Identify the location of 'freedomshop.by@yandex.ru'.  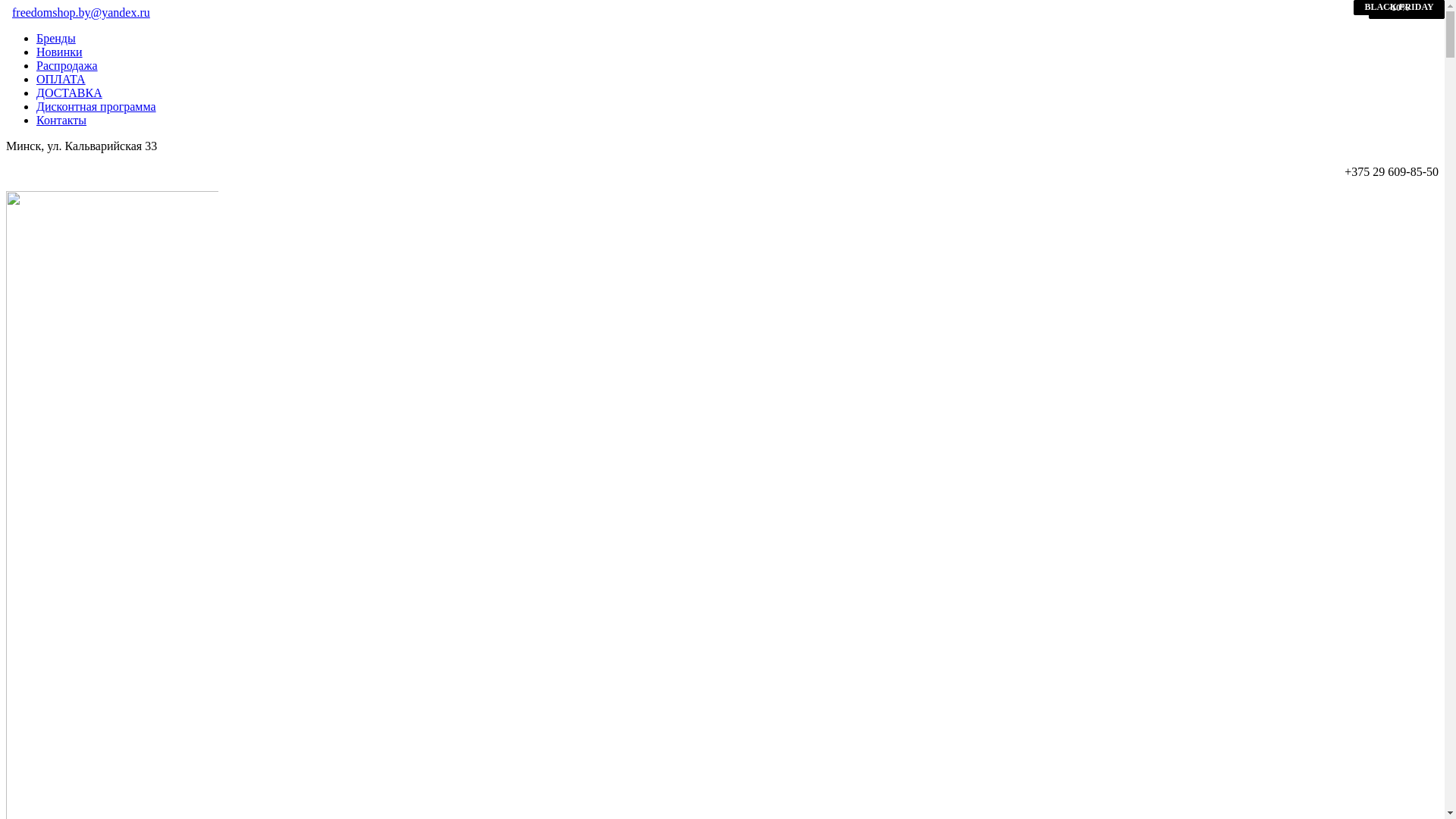
(80, 12).